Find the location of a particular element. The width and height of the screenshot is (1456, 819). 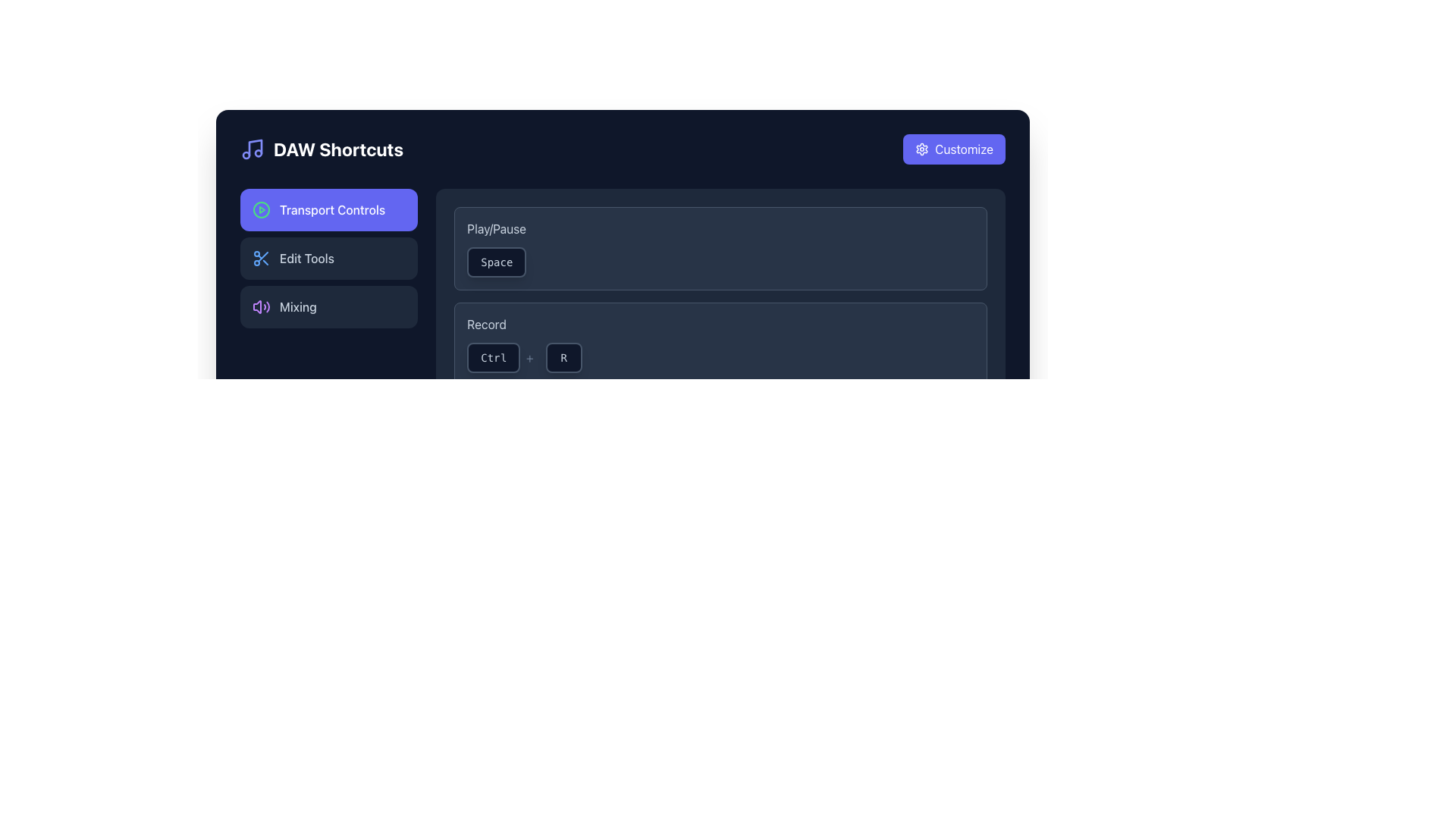

the purple speaker icon with sound waves in the sidebar menu is located at coordinates (257, 307).